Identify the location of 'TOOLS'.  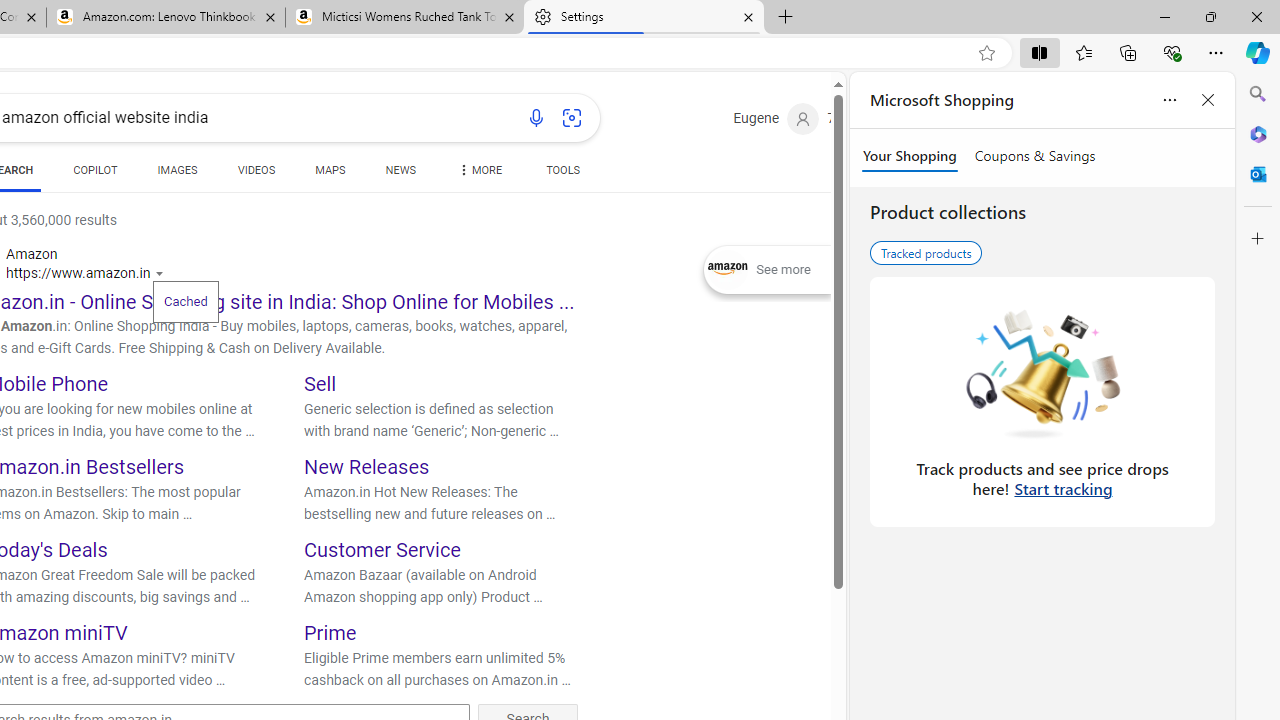
(562, 172).